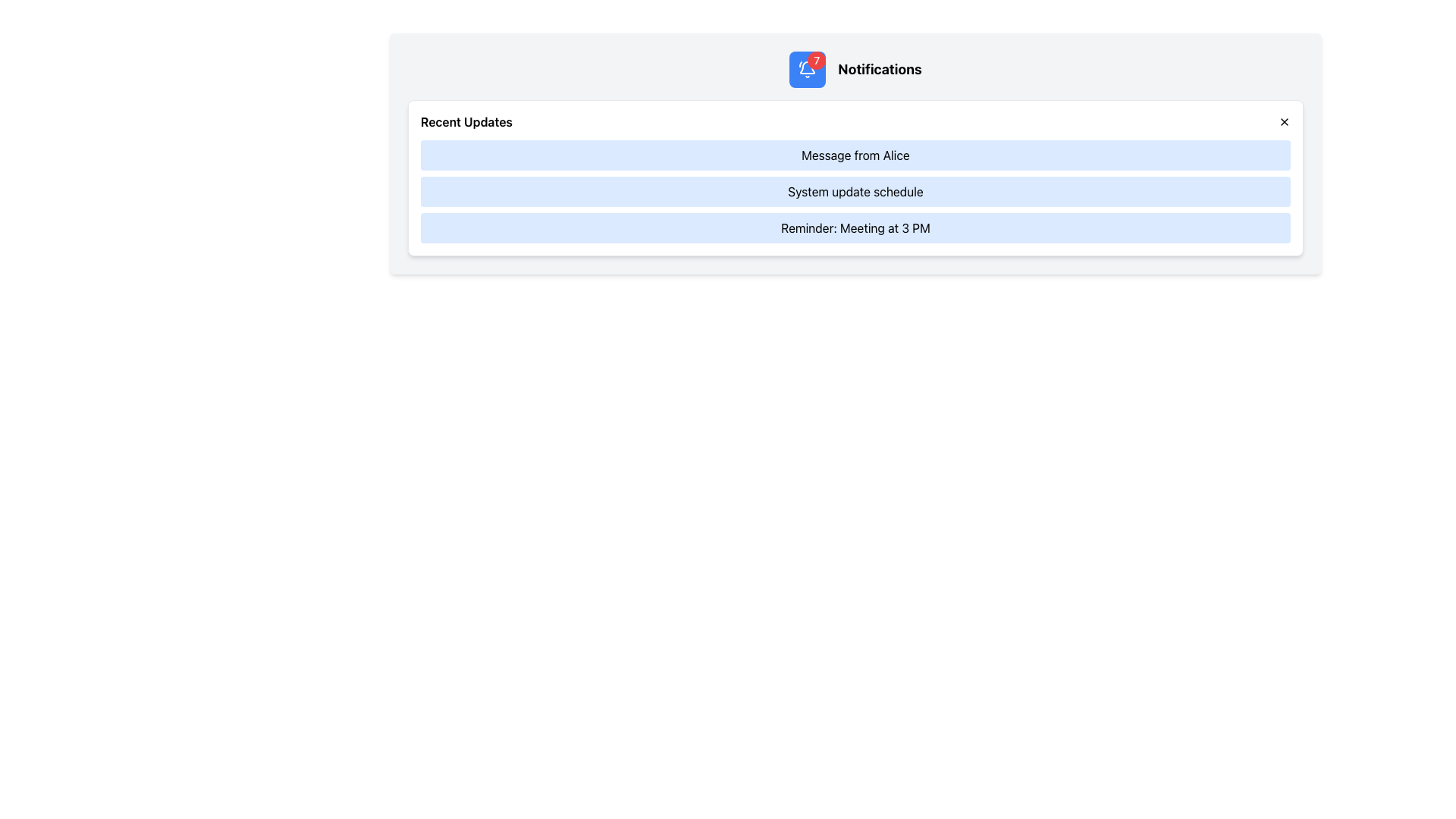  Describe the element at coordinates (1284, 121) in the screenshot. I see `the close button located in the top-right corner of the 'Recent Updates' section` at that location.